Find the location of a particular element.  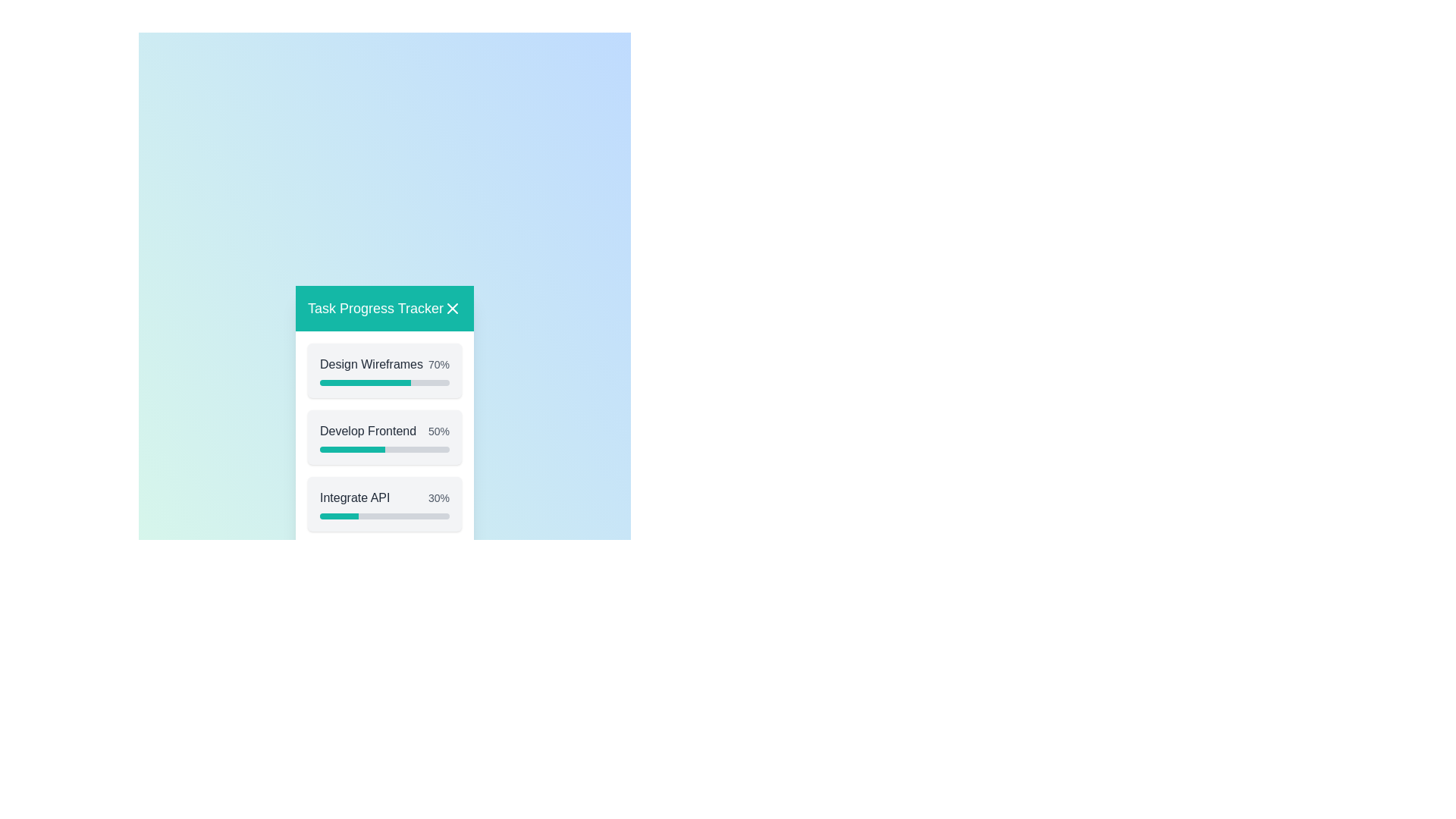

the close button to inspect its interaction is located at coordinates (451, 307).